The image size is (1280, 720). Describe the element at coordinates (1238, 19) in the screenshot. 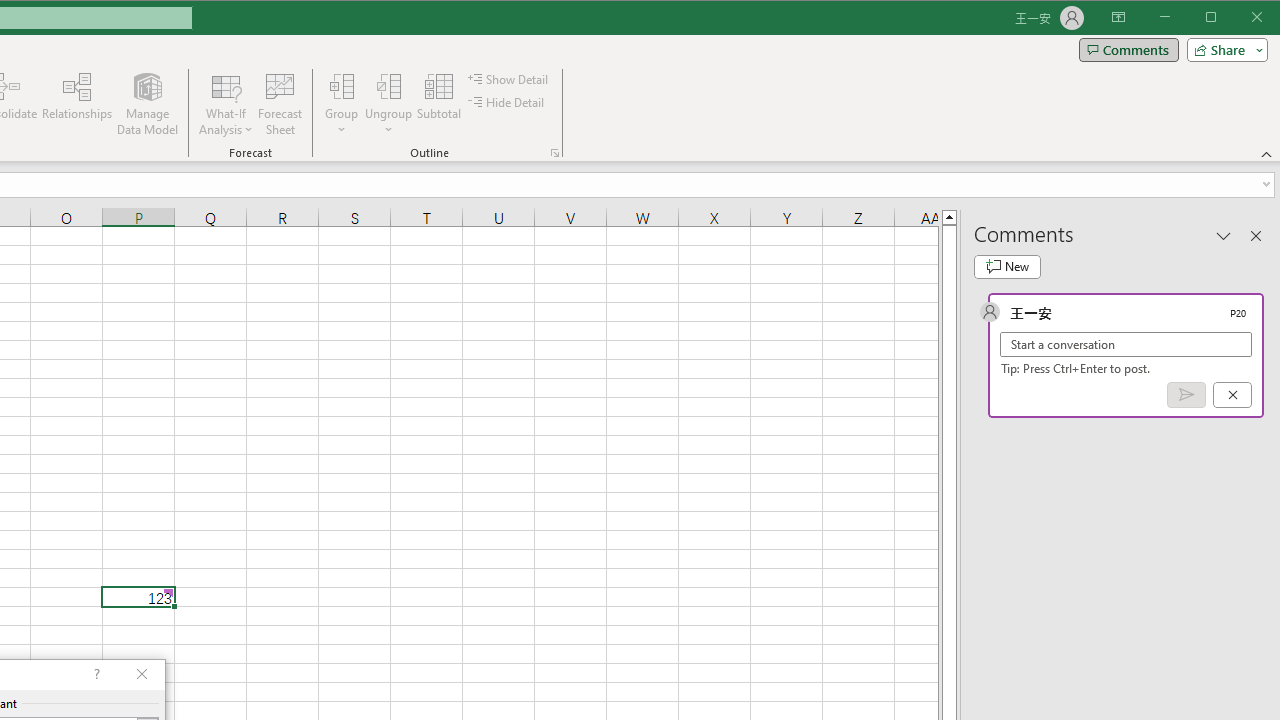

I see `'Maximize'` at that location.